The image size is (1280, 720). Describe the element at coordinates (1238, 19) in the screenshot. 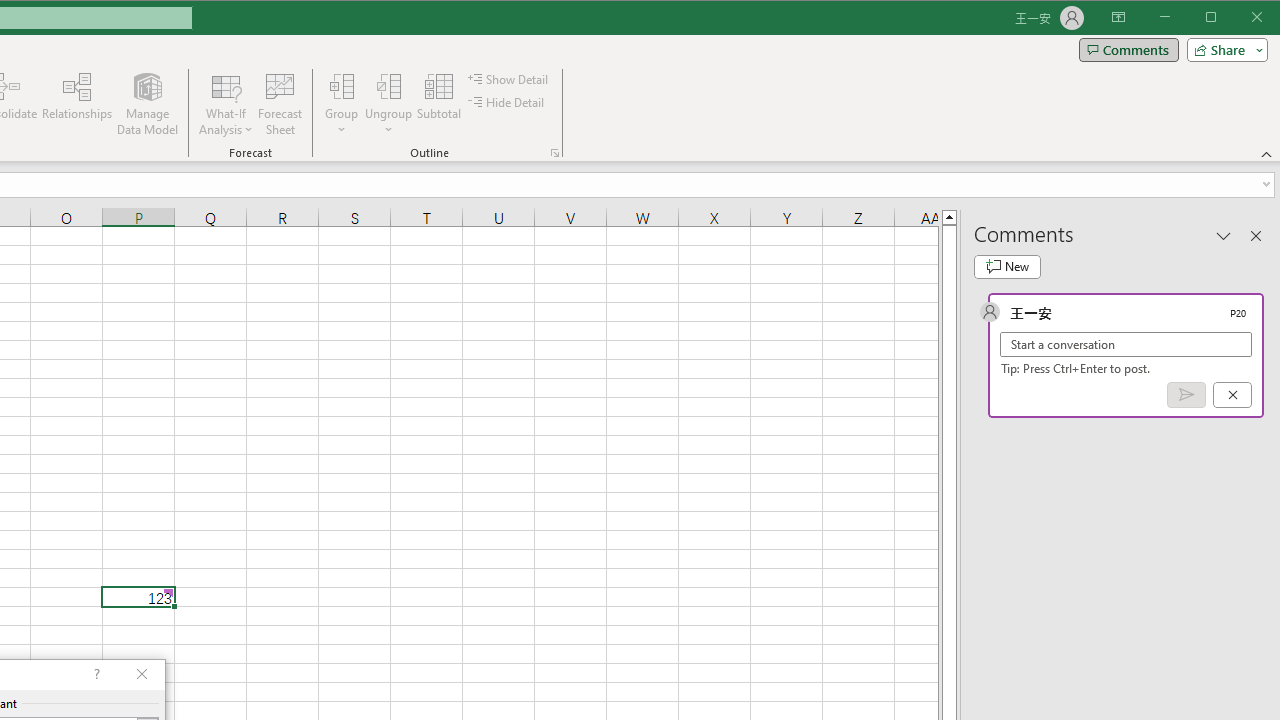

I see `'Maximize'` at that location.